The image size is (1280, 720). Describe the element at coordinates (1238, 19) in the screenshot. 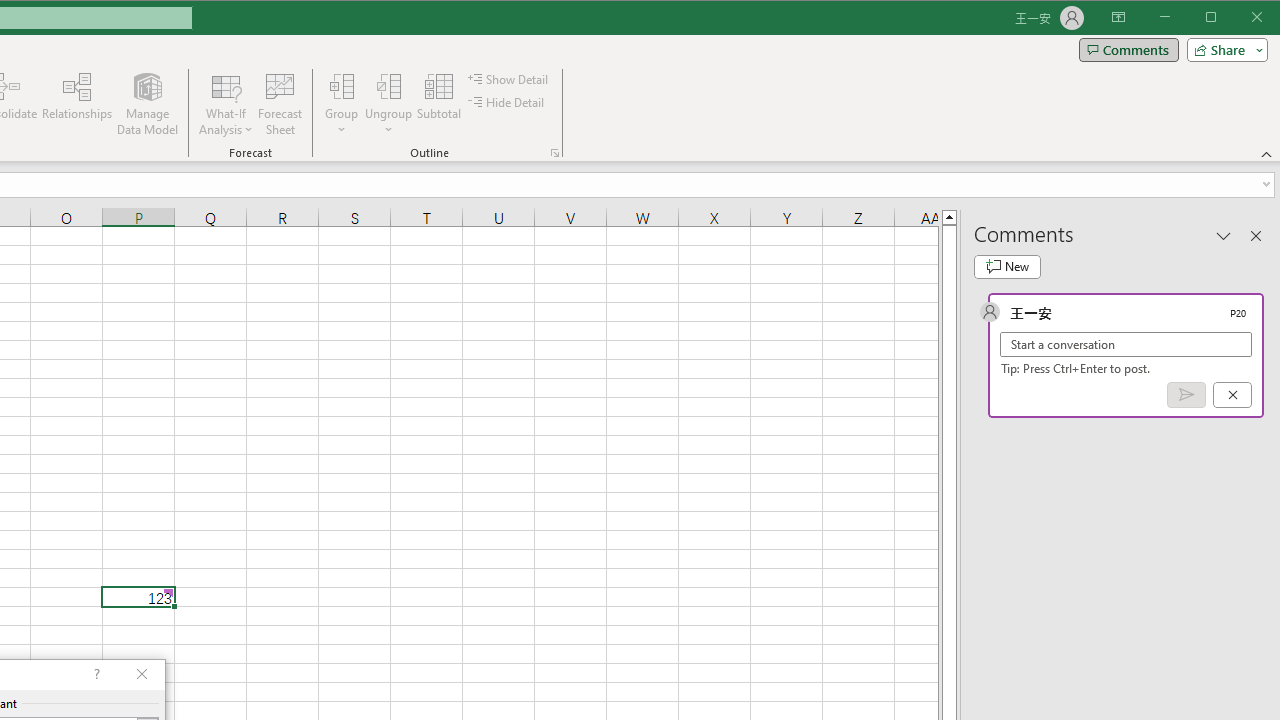

I see `'Maximize'` at that location.